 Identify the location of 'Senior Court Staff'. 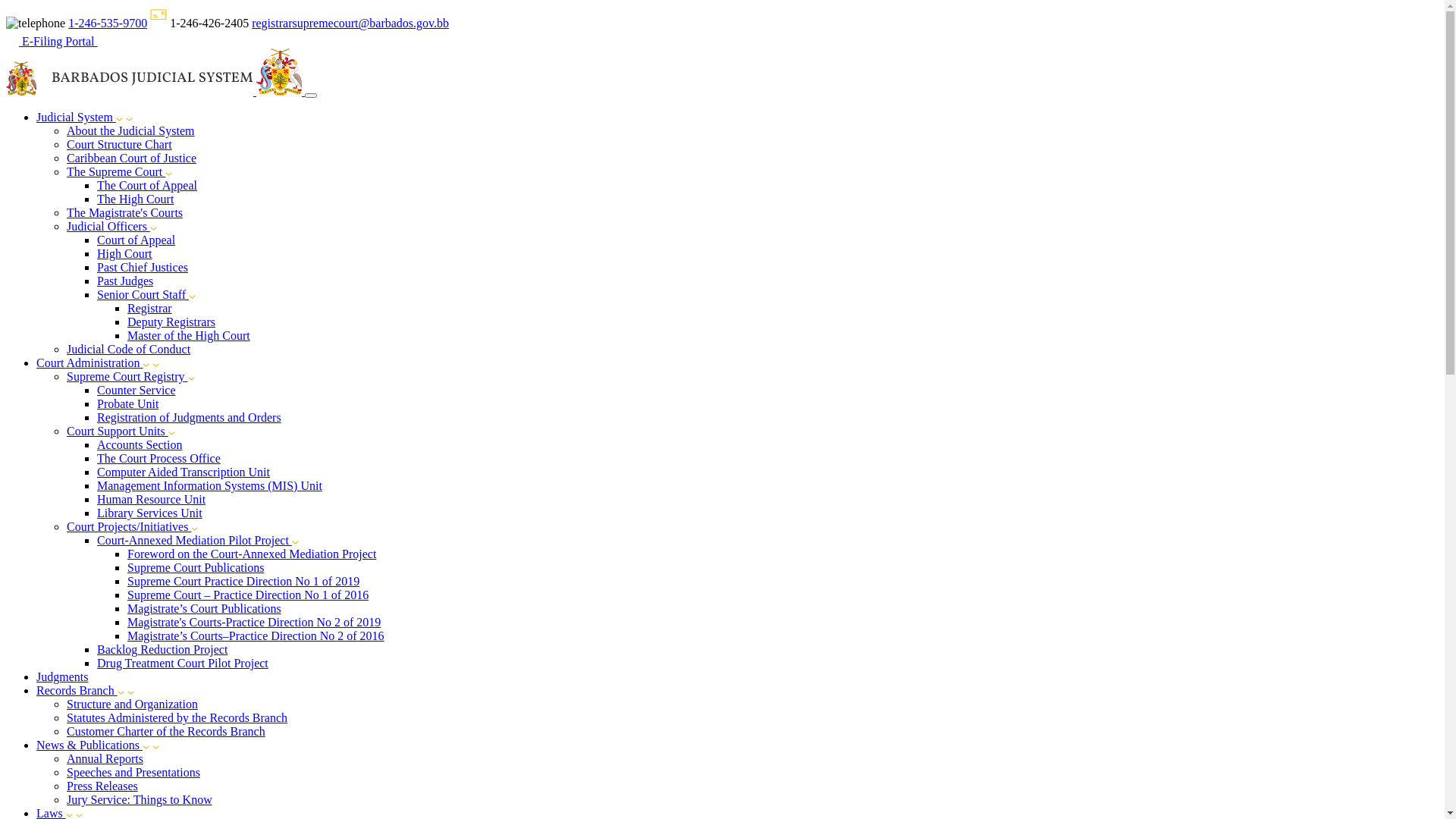
(143, 294).